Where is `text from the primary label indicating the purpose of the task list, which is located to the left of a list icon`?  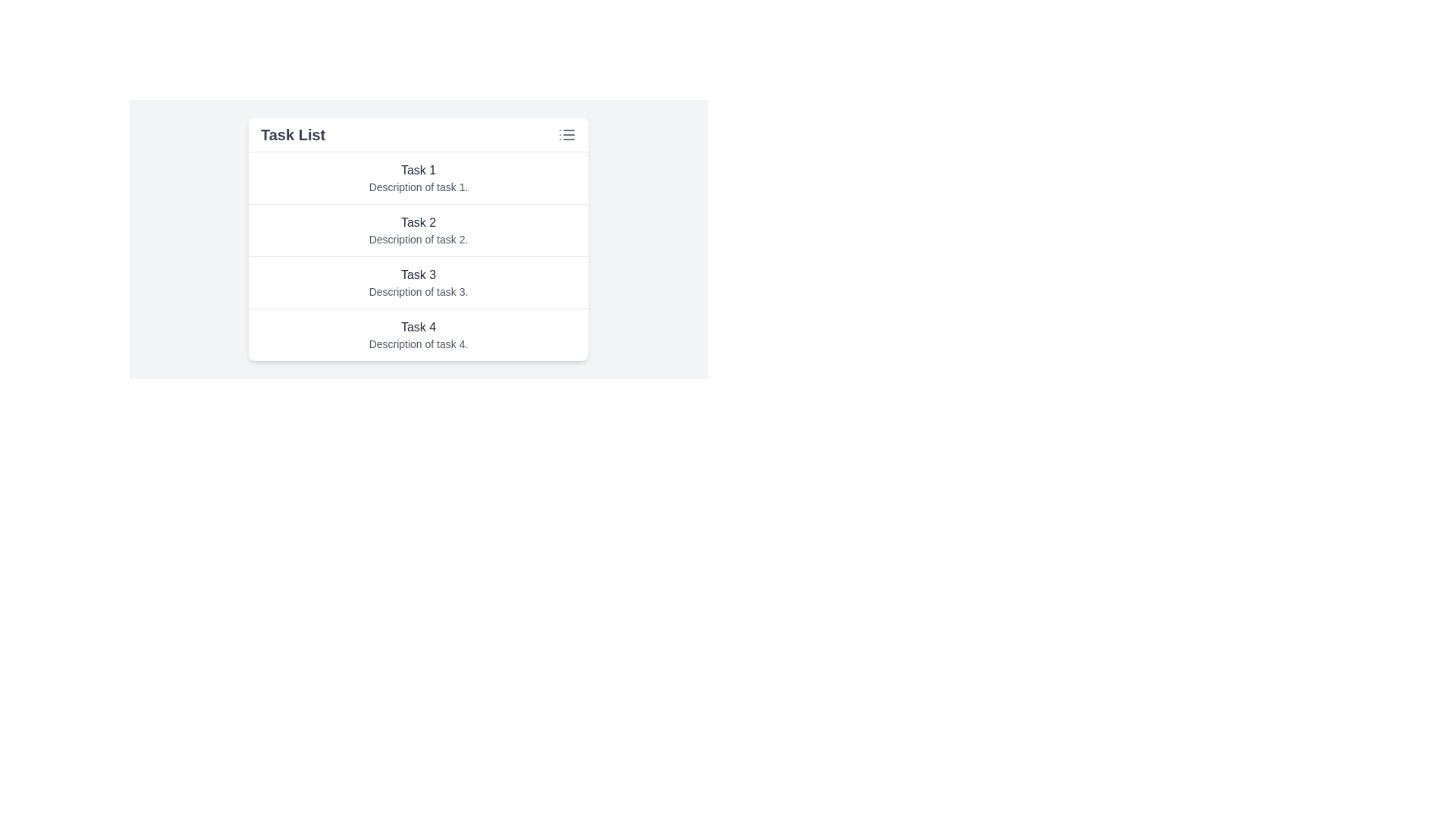 text from the primary label indicating the purpose of the task list, which is located to the left of a list icon is located at coordinates (293, 133).